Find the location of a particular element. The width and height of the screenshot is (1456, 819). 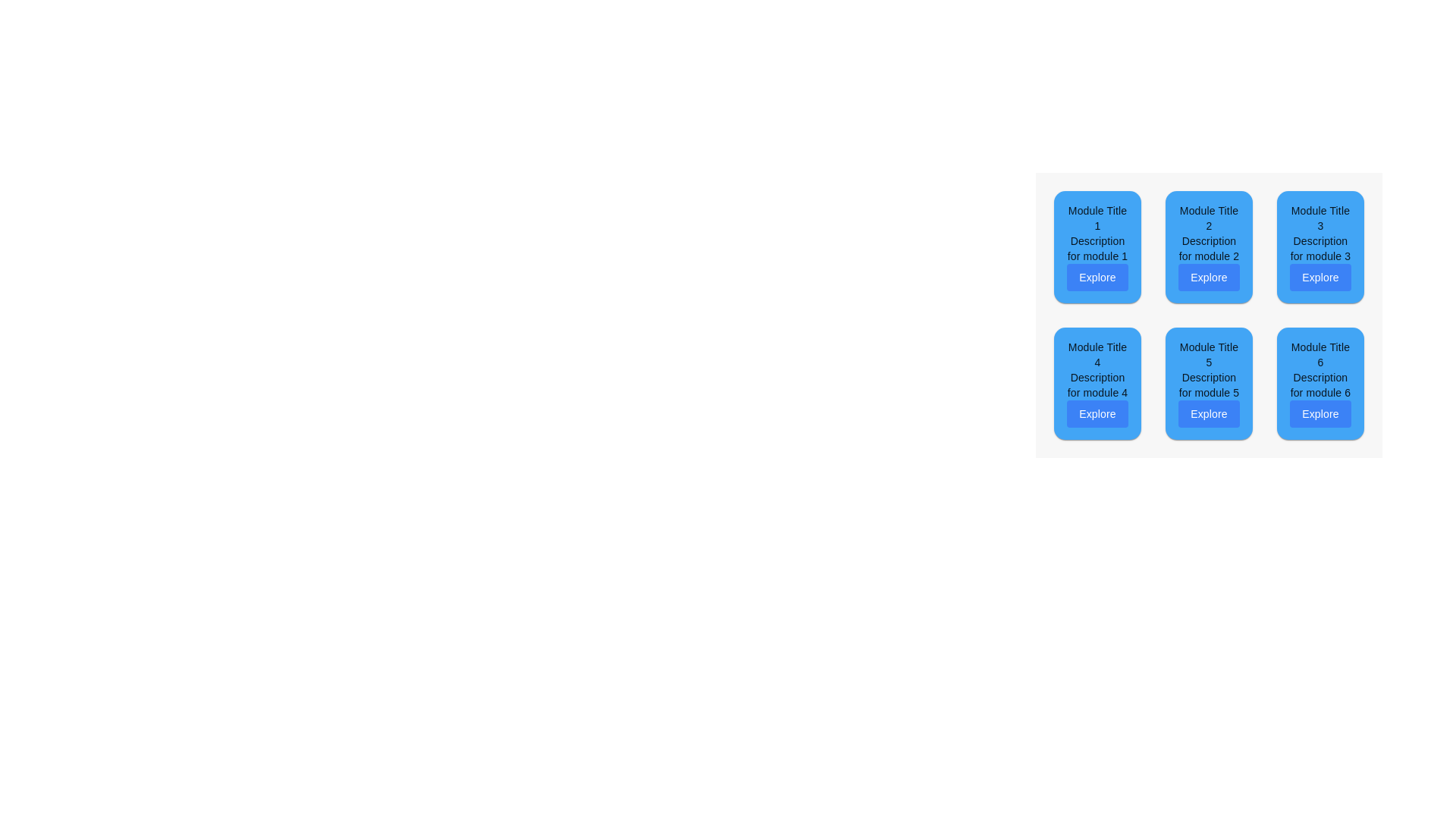

the 'Explore' button, which is a rectangular button with rounded corners and a blue background located below 'Module Title 1' and 'Description for module 1' is located at coordinates (1097, 278).